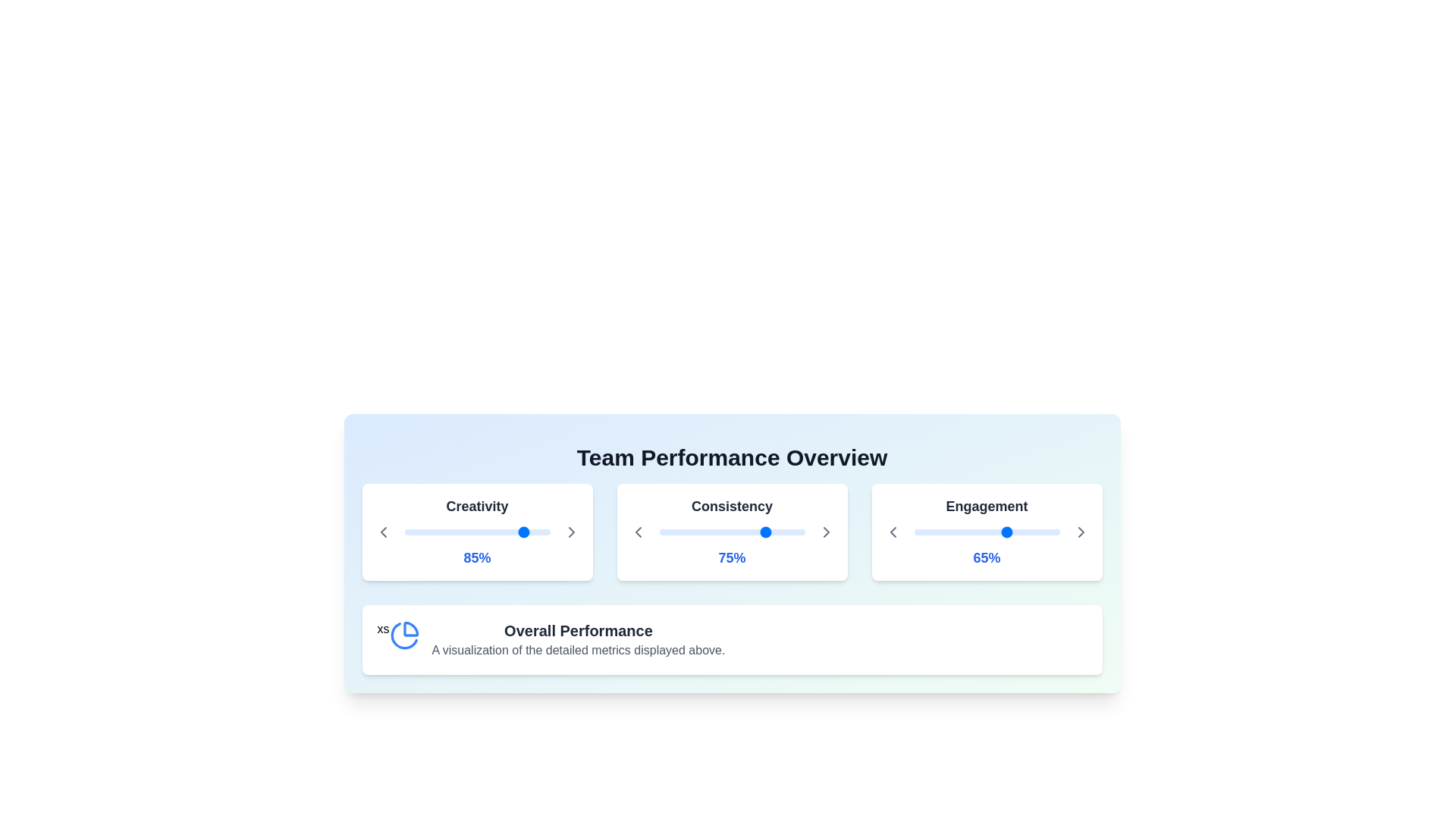 This screenshot has width=1456, height=819. I want to click on the slider value, so click(712, 532).